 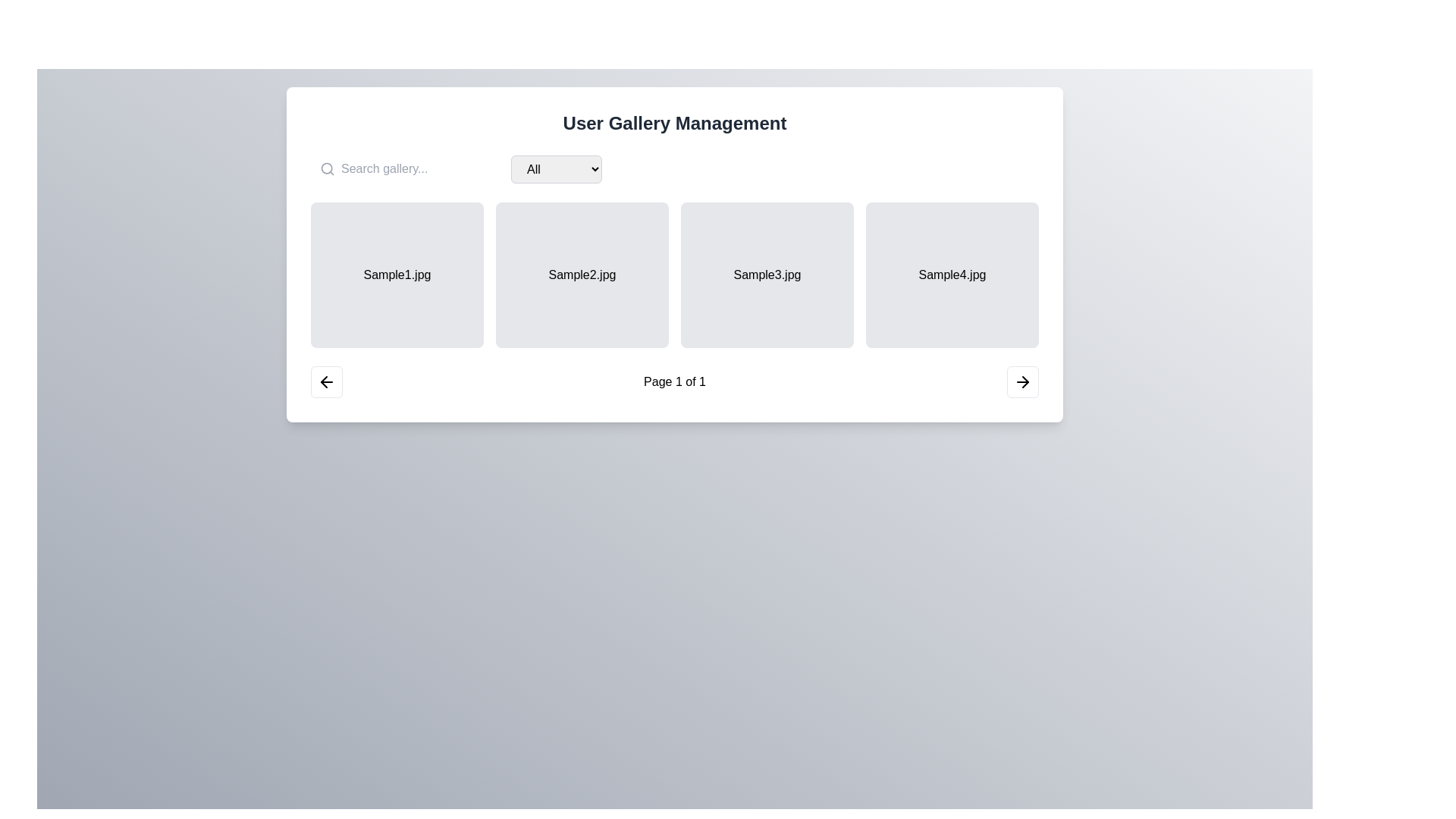 I want to click on the fourth image tile displaying 'Sample4.jpg', so click(x=952, y=275).